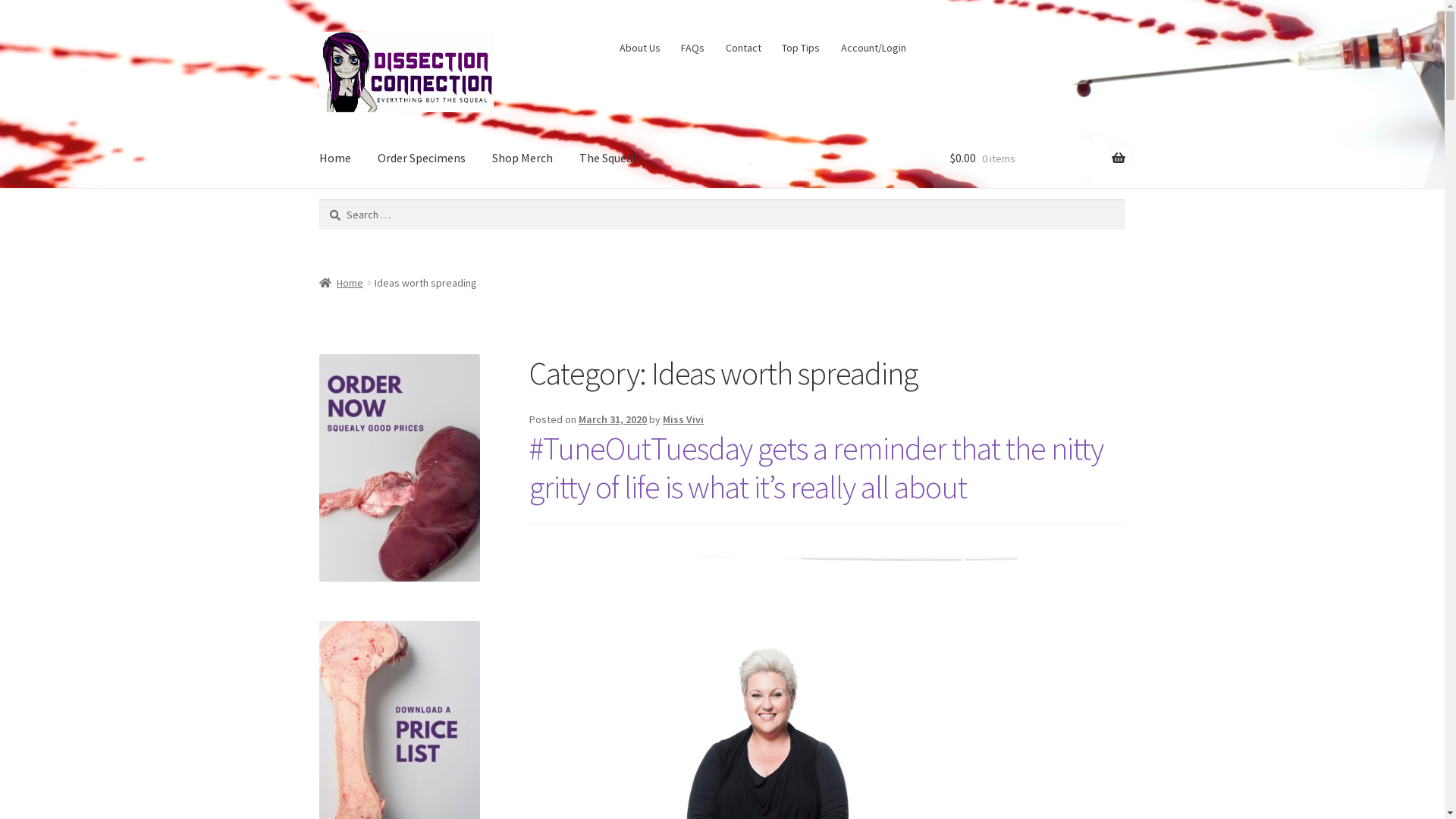 This screenshot has height=819, width=1456. What do you see at coordinates (318, 198) in the screenshot?
I see `'Search'` at bounding box center [318, 198].